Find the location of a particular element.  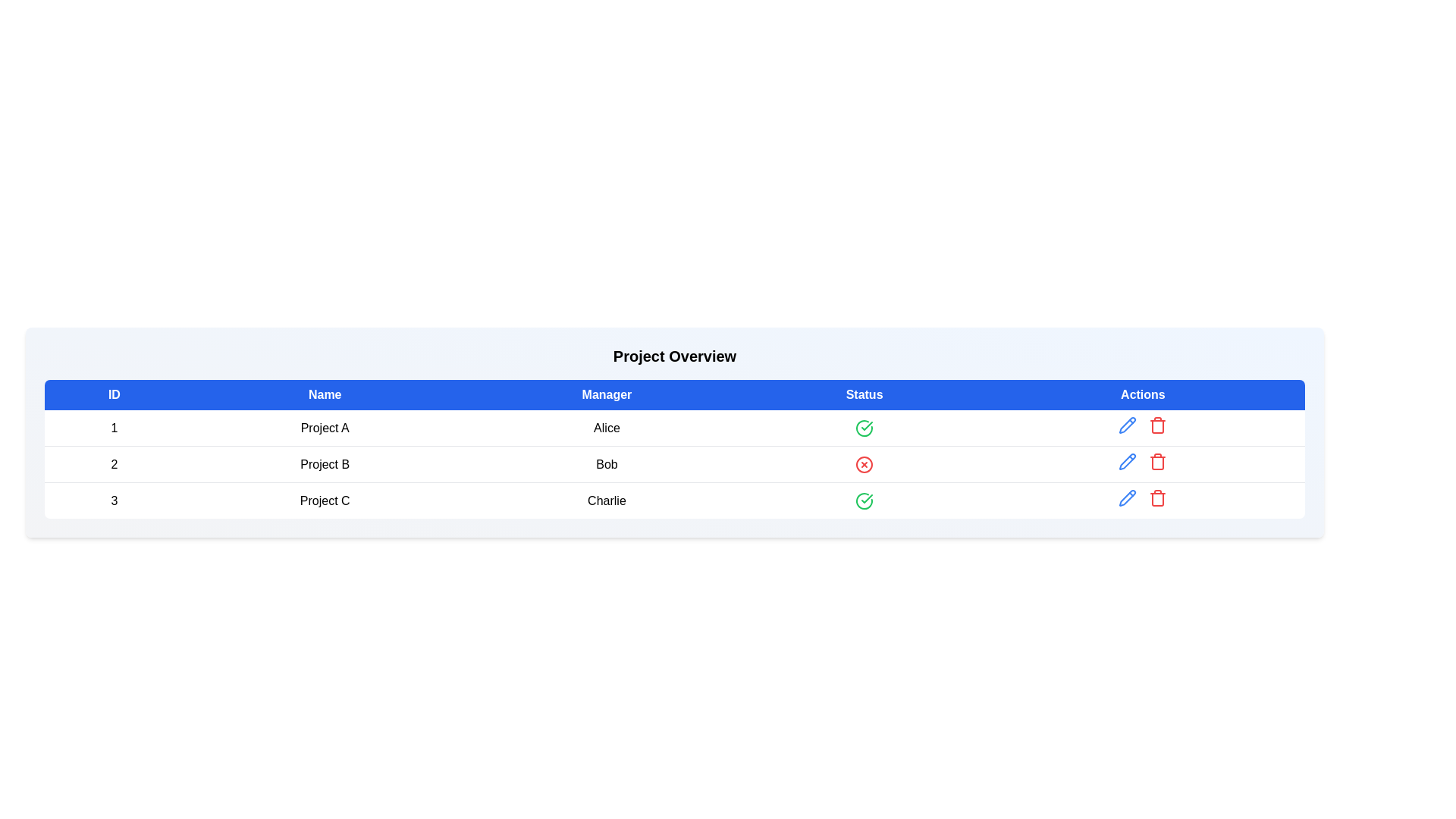

identifier from the text label located in the first column of the table under the header 'ID', specifically at the third row, which represents the unique ID for the associated project is located at coordinates (113, 500).